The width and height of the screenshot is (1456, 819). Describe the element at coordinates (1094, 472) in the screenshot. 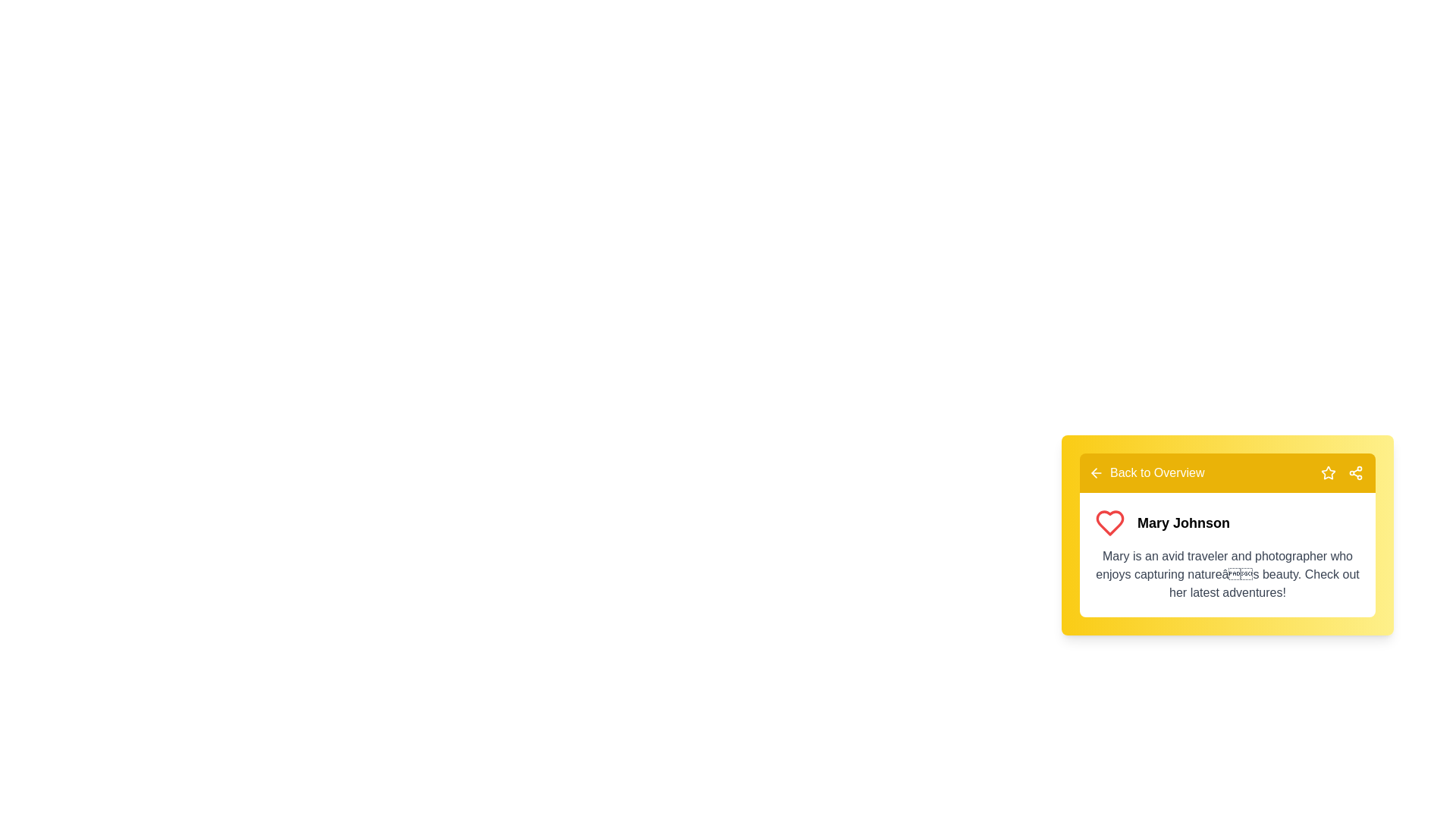

I see `the back navigation arrow icon located at the bottom-right corner of the interface` at that location.